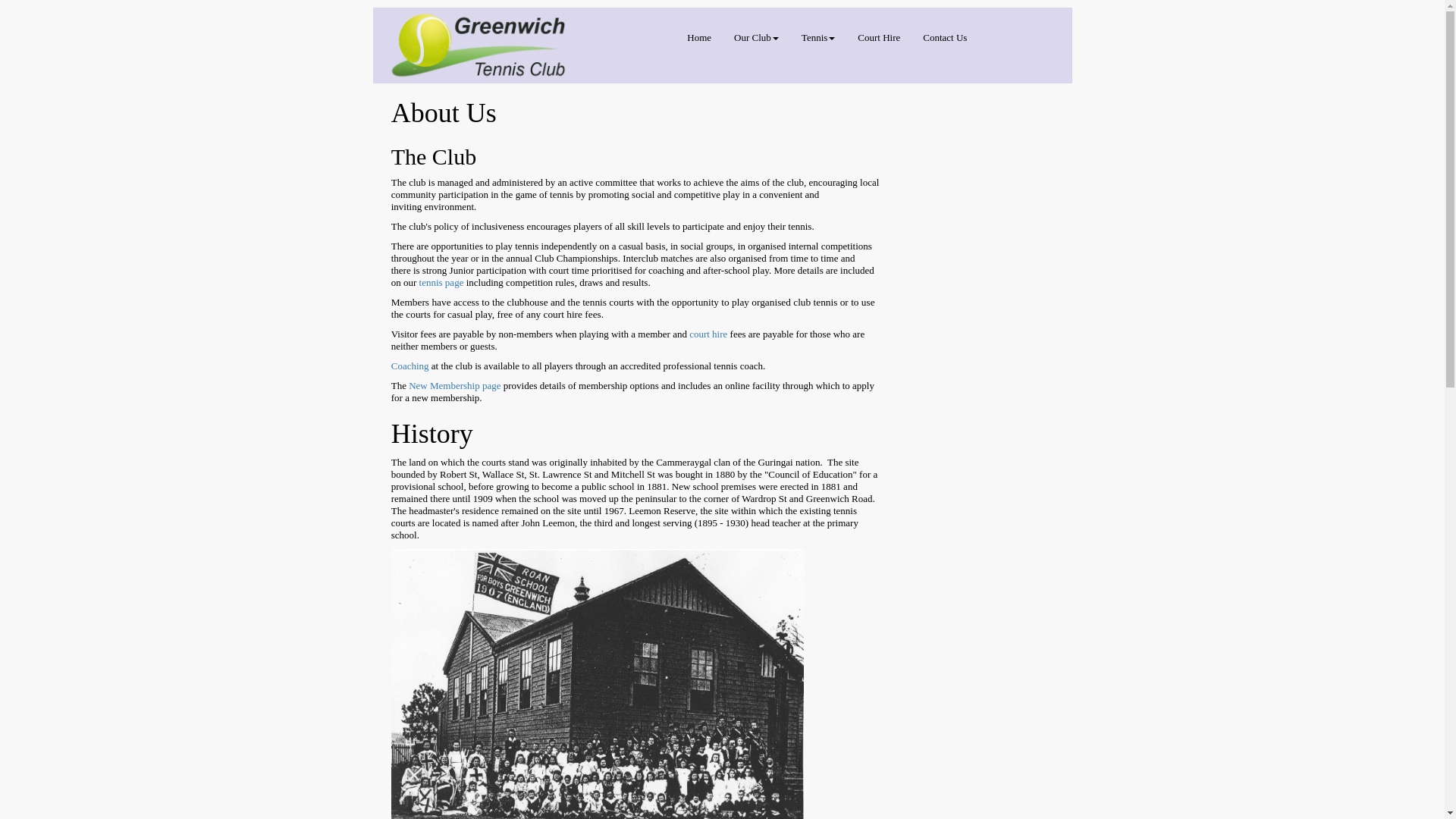  What do you see at coordinates (708, 333) in the screenshot?
I see `'court hire'` at bounding box center [708, 333].